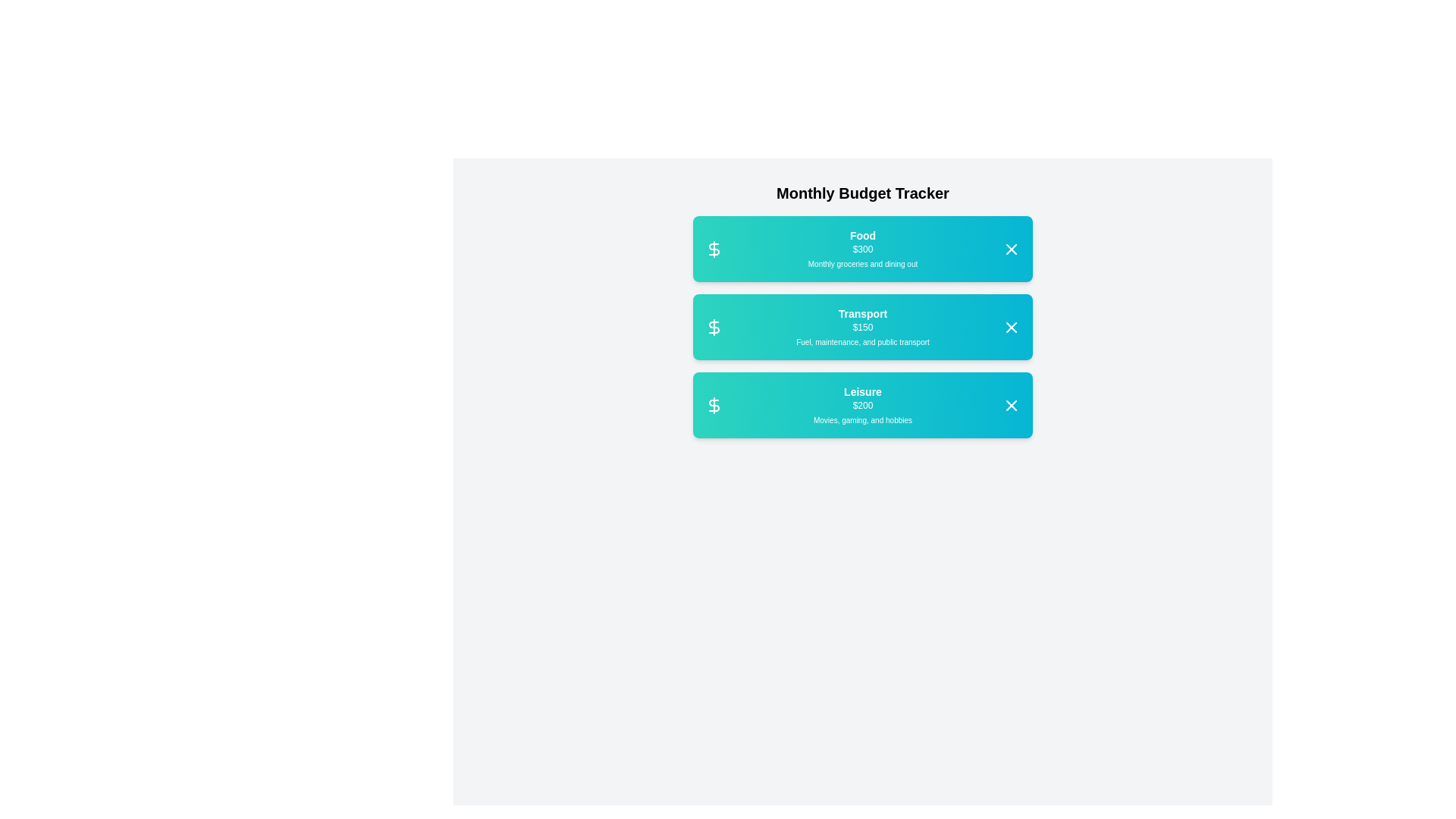  Describe the element at coordinates (862, 326) in the screenshot. I see `the category chip for Transport` at that location.